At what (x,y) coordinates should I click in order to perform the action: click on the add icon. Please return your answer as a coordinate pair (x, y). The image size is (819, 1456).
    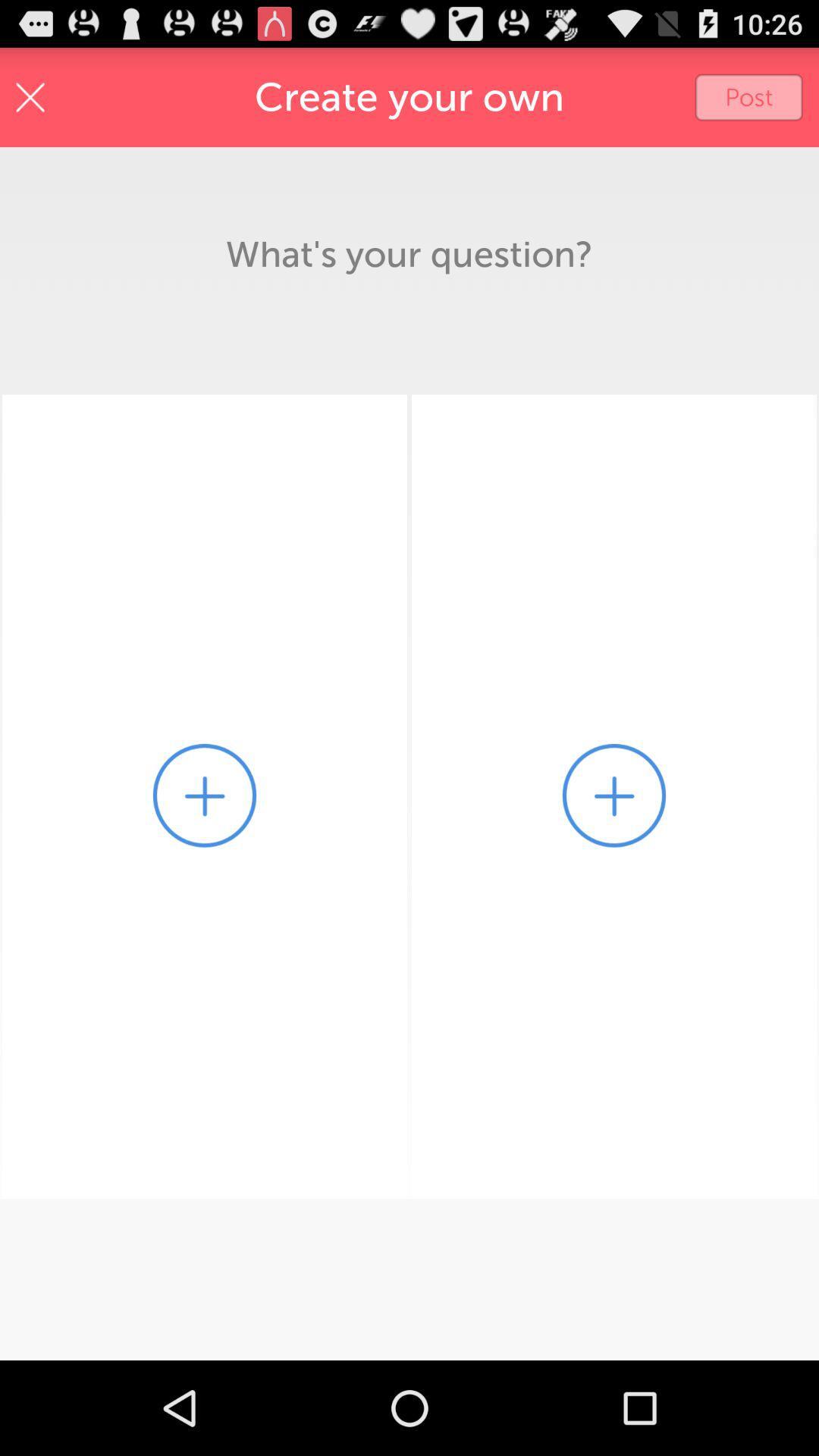
    Looking at the image, I should click on (614, 852).